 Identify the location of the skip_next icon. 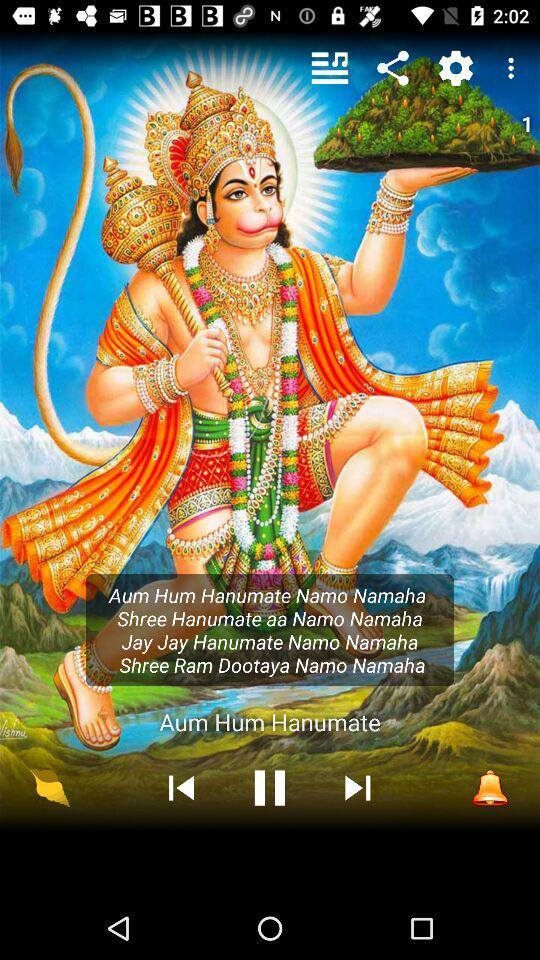
(356, 788).